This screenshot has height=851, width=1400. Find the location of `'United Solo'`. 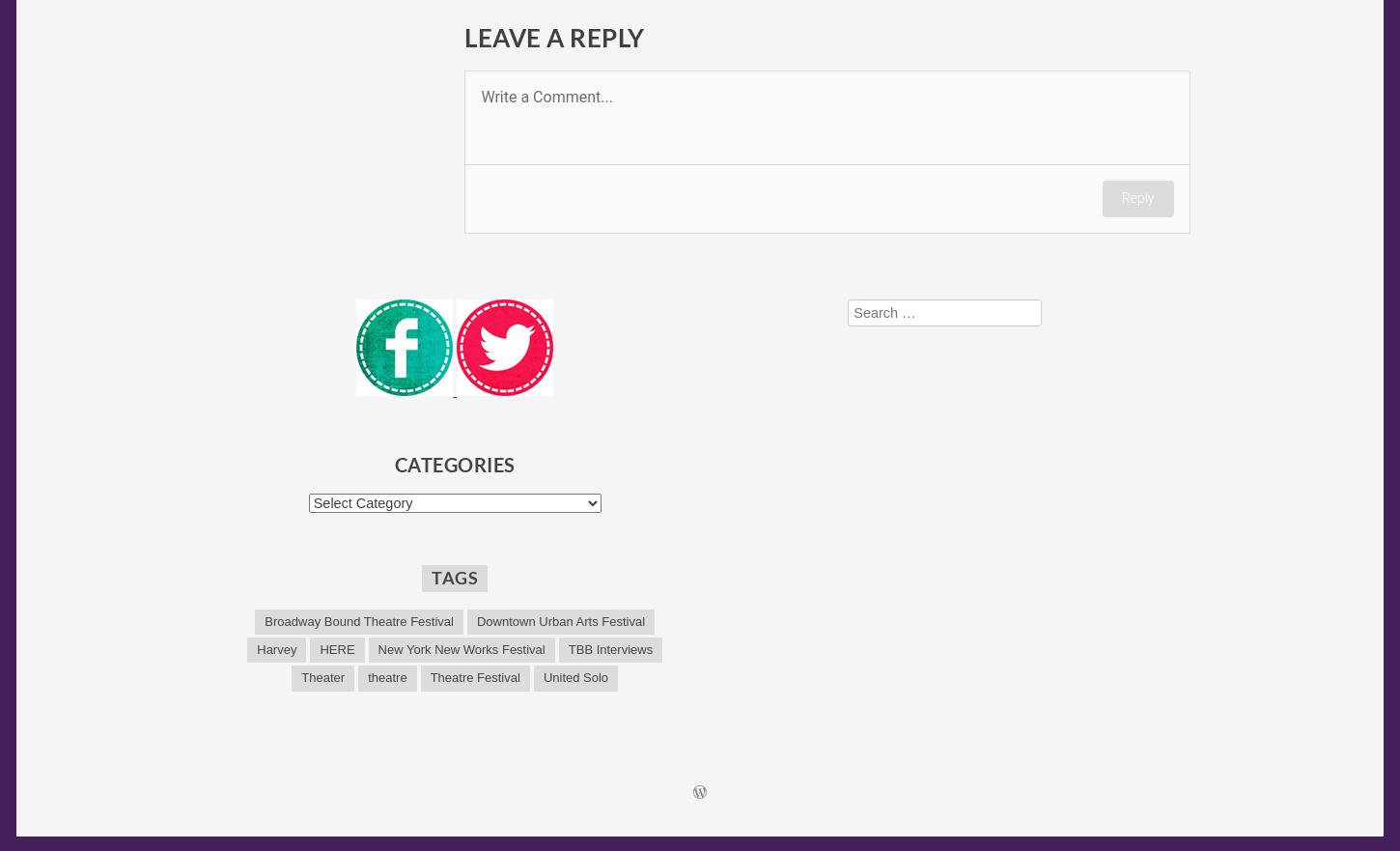

'United Solo' is located at coordinates (574, 676).